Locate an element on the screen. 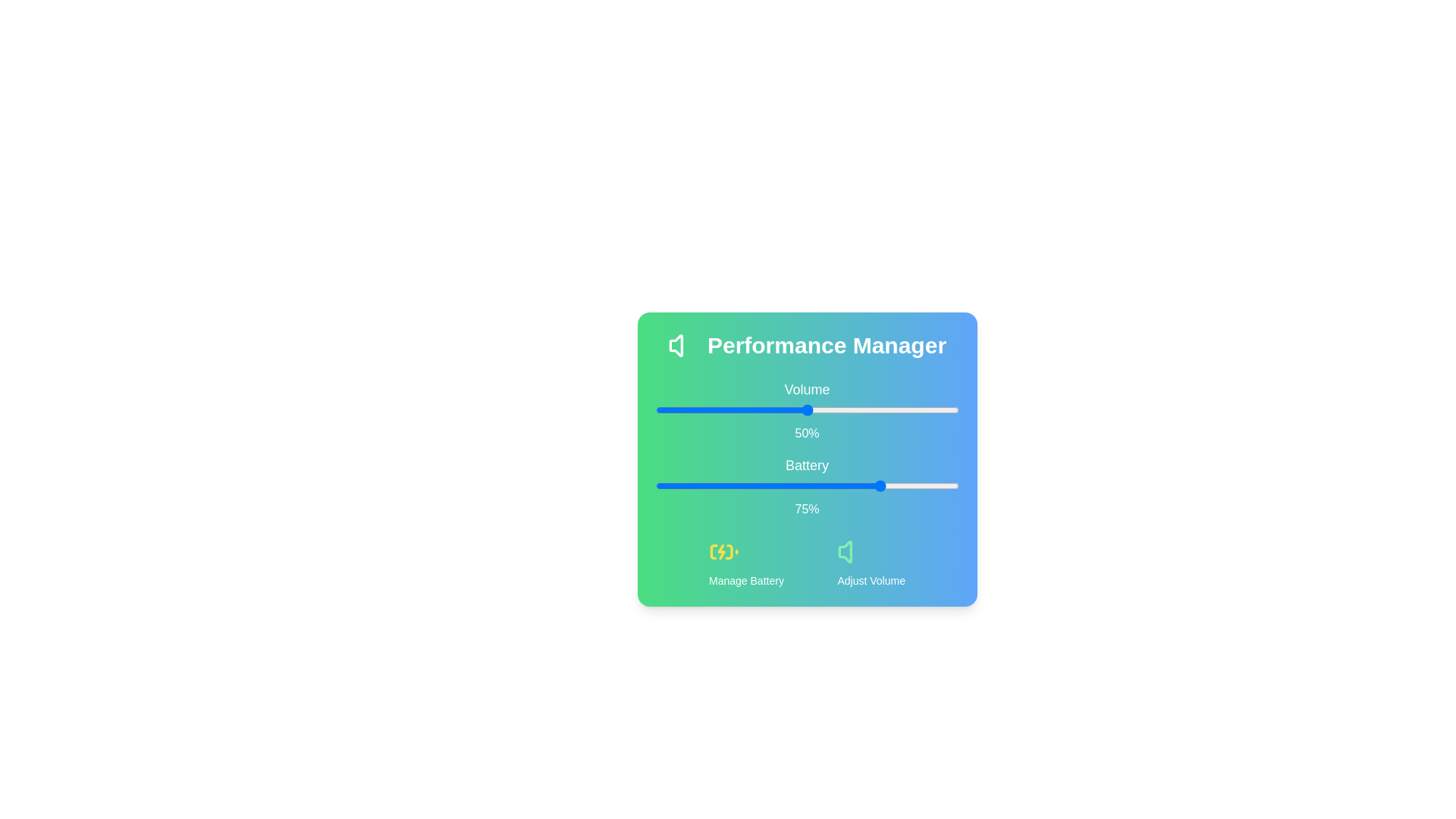 Image resolution: width=1456 pixels, height=819 pixels. the 'Performance Manager' heading to read its content is located at coordinates (806, 345).